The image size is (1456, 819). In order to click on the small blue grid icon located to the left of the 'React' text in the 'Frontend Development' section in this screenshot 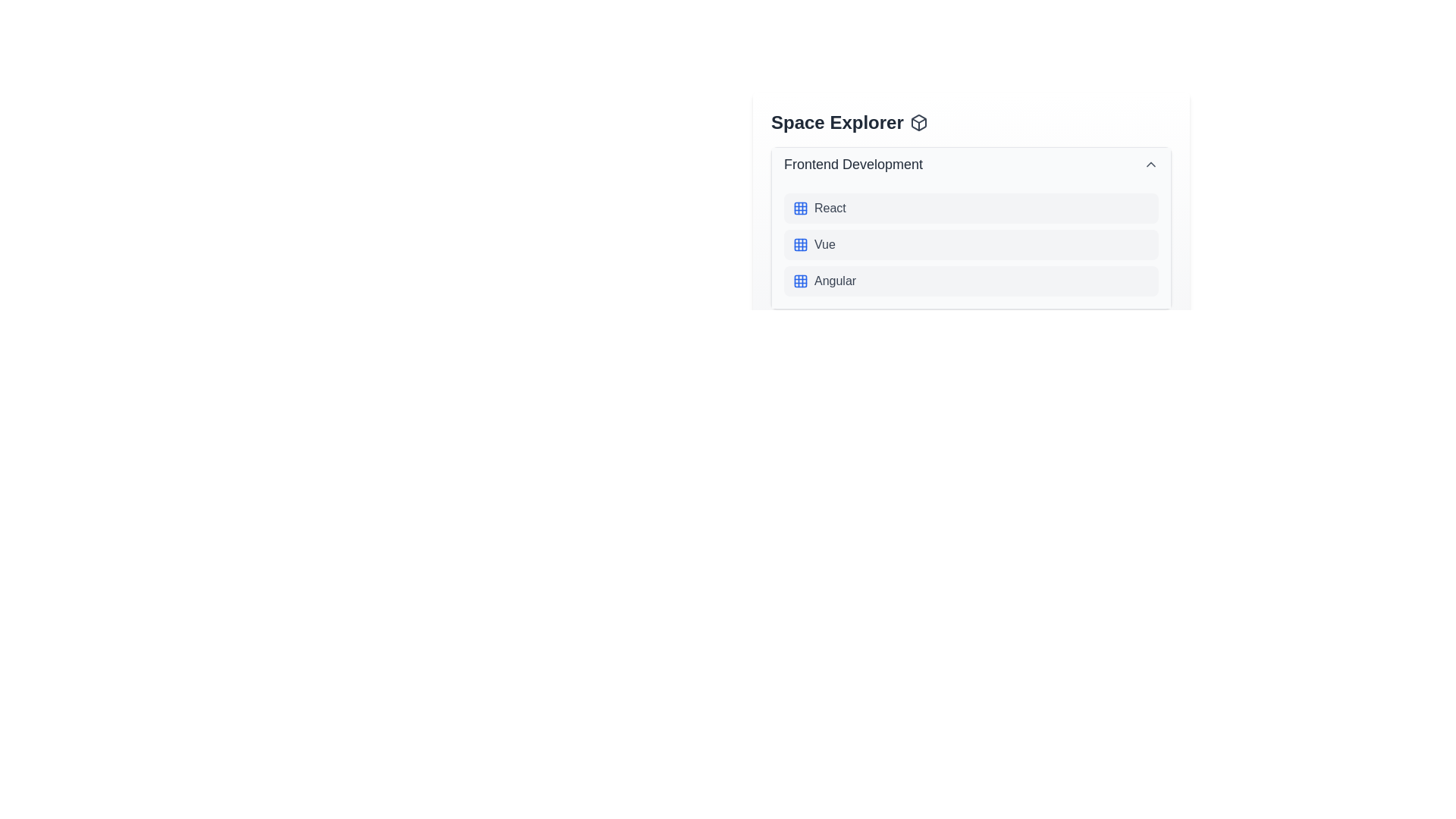, I will do `click(800, 208)`.